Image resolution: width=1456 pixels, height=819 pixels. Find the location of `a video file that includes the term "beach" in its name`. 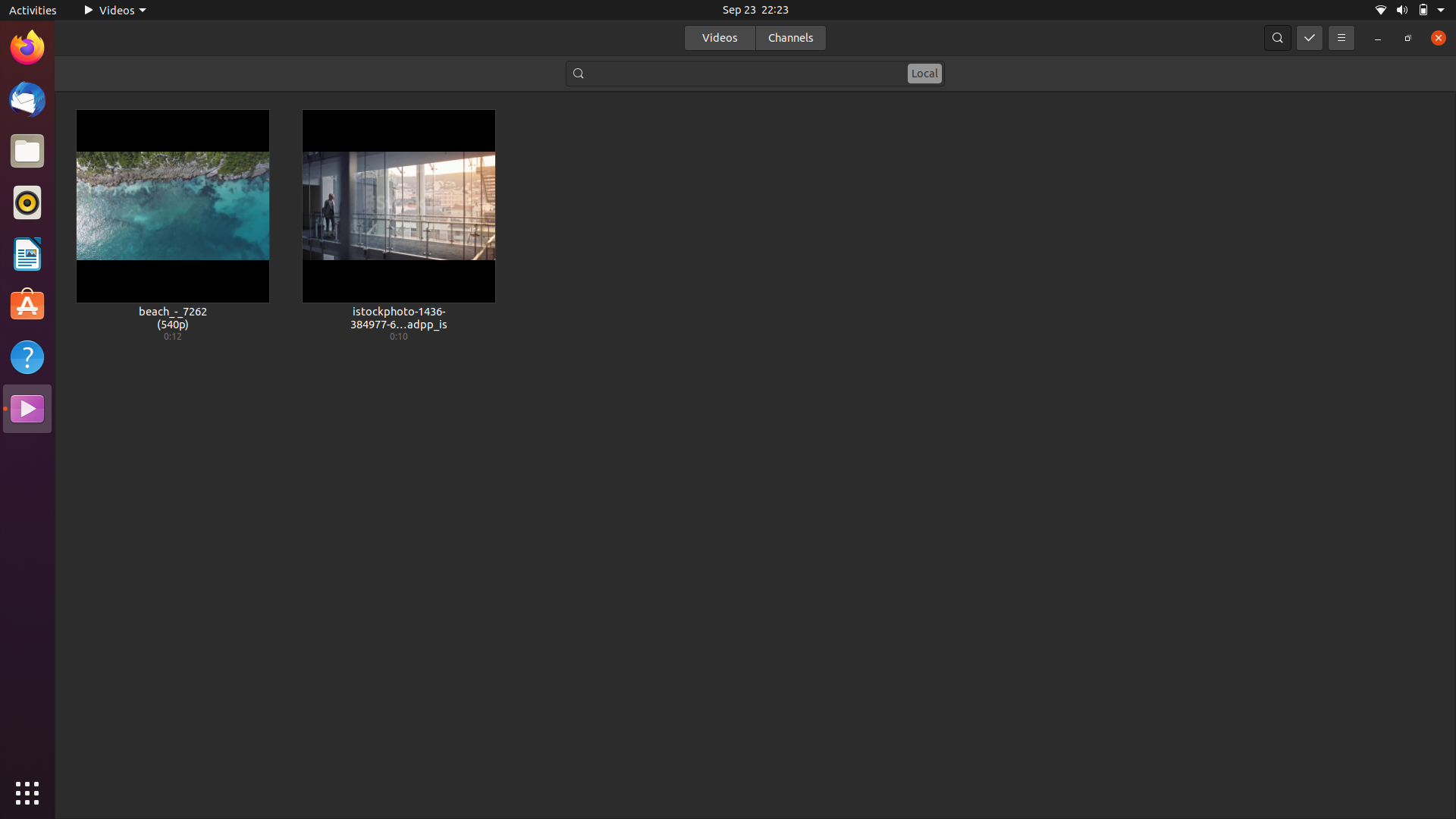

a video file that includes the term "beach" in its name is located at coordinates (755, 72).